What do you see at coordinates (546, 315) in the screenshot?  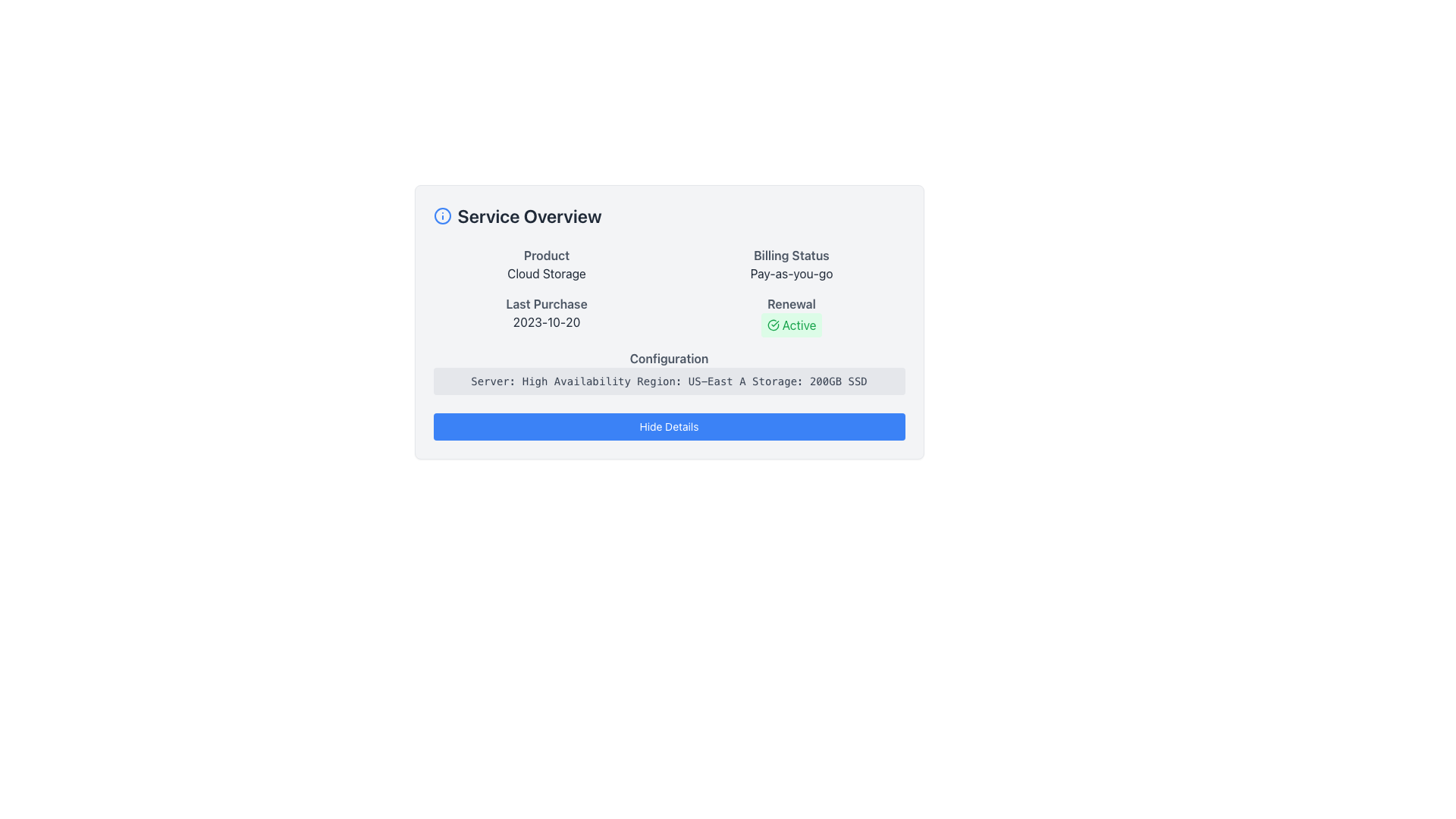 I see `the static text label displaying the last purchase date related to a service, which is the third item in a grid layout, located below 'Product: Cloud Storage' and to the left of 'Renewal: Active'` at bounding box center [546, 315].